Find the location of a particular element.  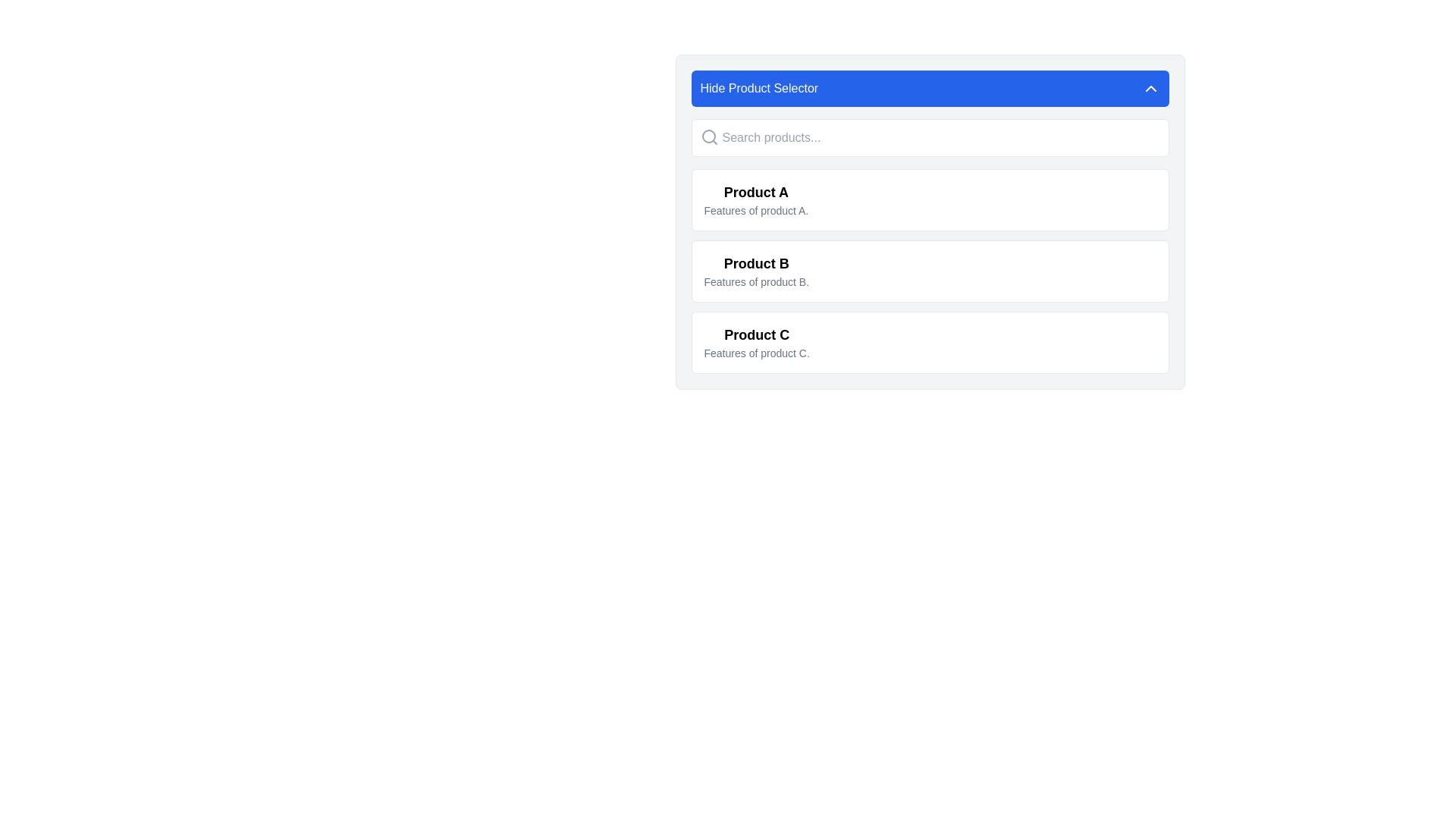

the selectable list item labeled 'Product B' is located at coordinates (929, 271).